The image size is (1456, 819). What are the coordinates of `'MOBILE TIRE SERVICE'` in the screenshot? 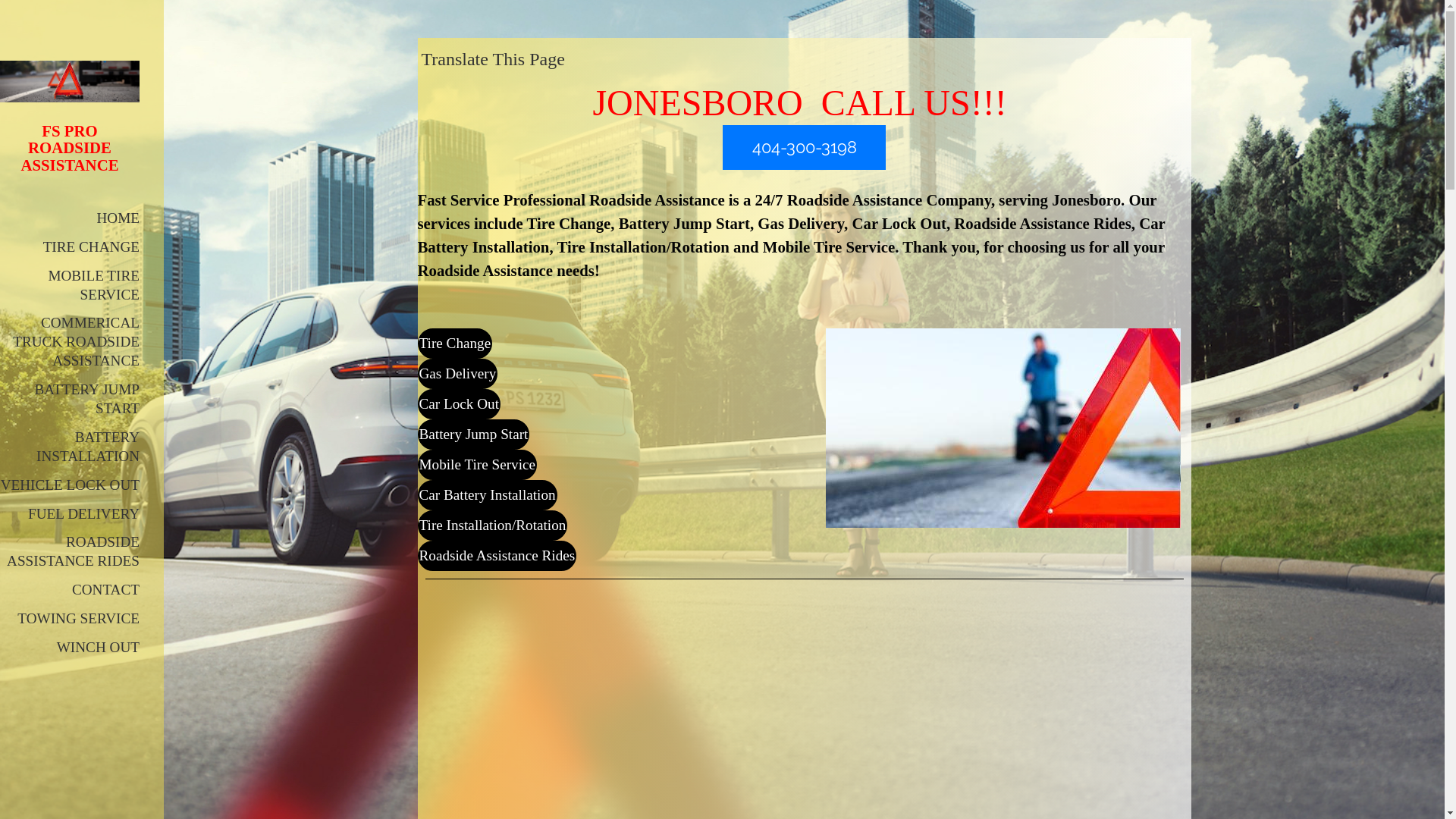 It's located at (93, 284).